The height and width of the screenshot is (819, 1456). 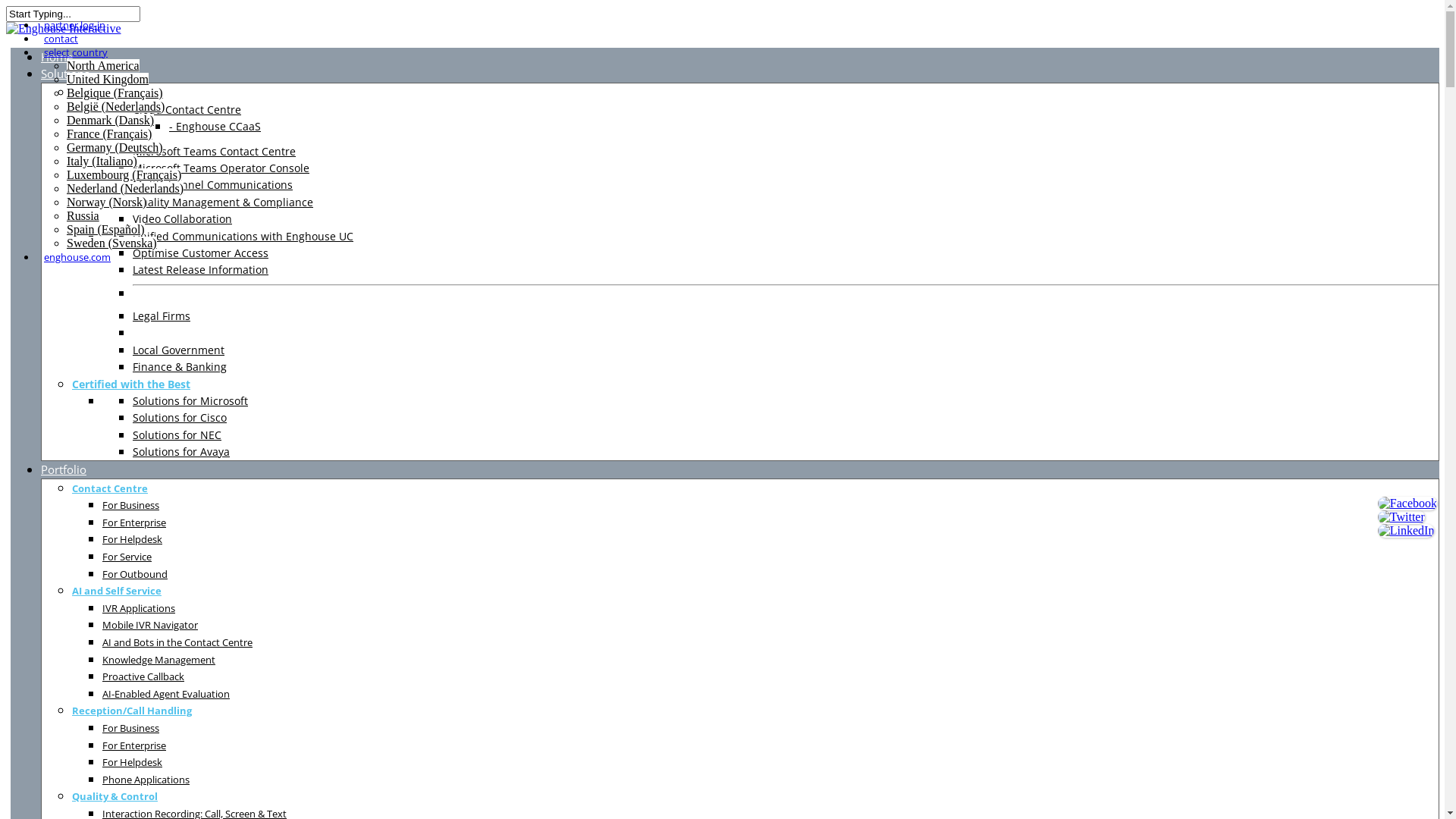 I want to click on 'Germany (Deutsch)', so click(x=114, y=147).